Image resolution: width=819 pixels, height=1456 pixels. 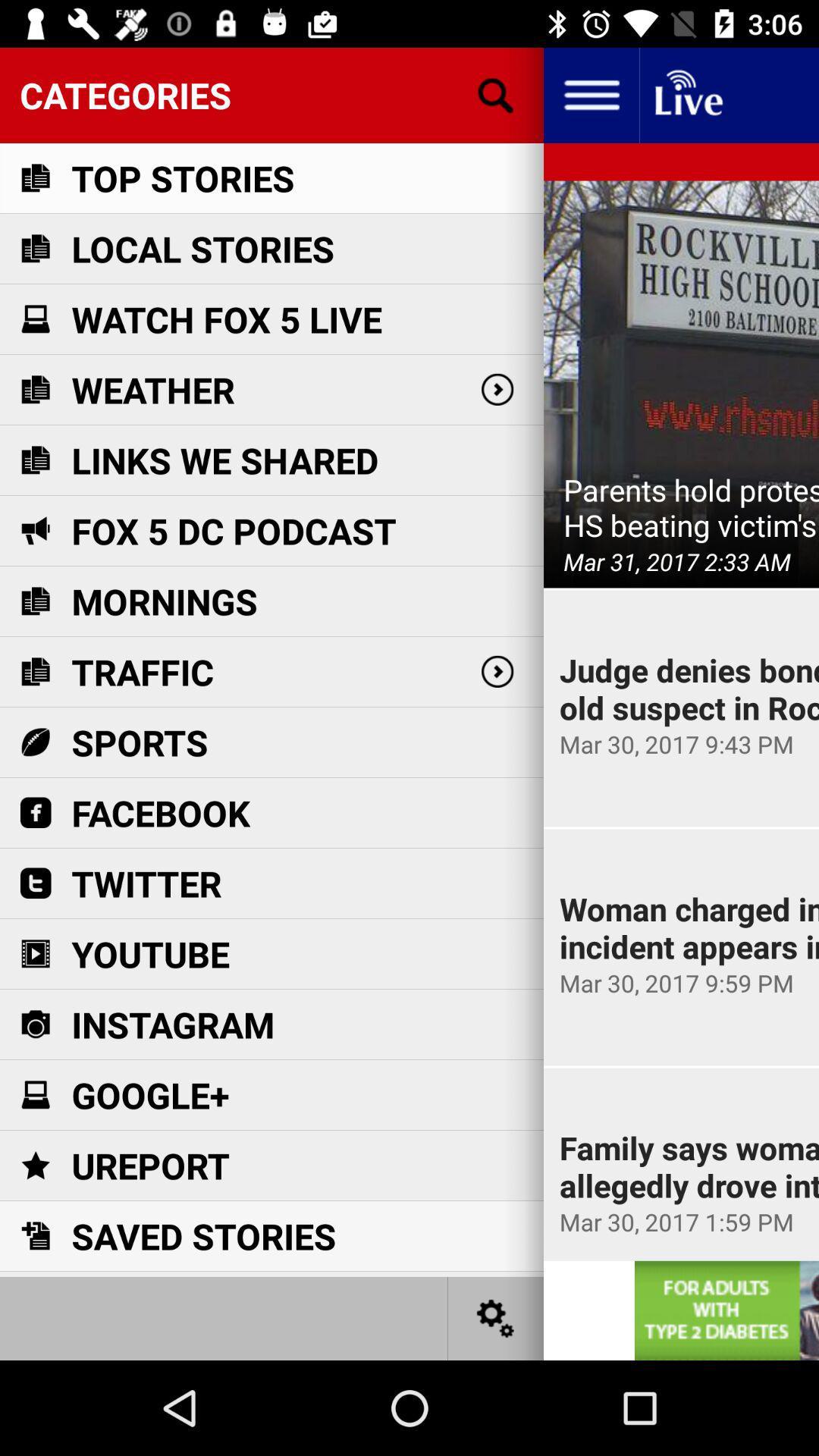 I want to click on advertisement image, so click(x=726, y=1310).